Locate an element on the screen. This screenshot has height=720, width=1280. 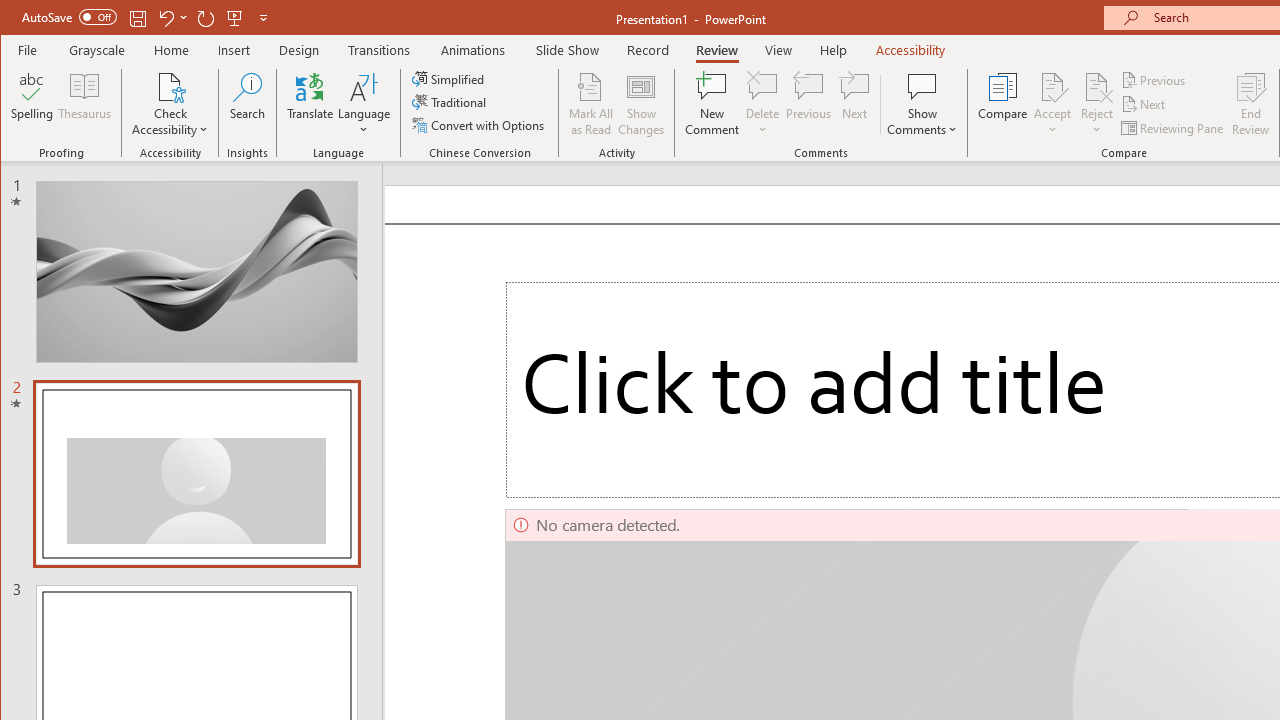
'Traditional' is located at coordinates (450, 102).